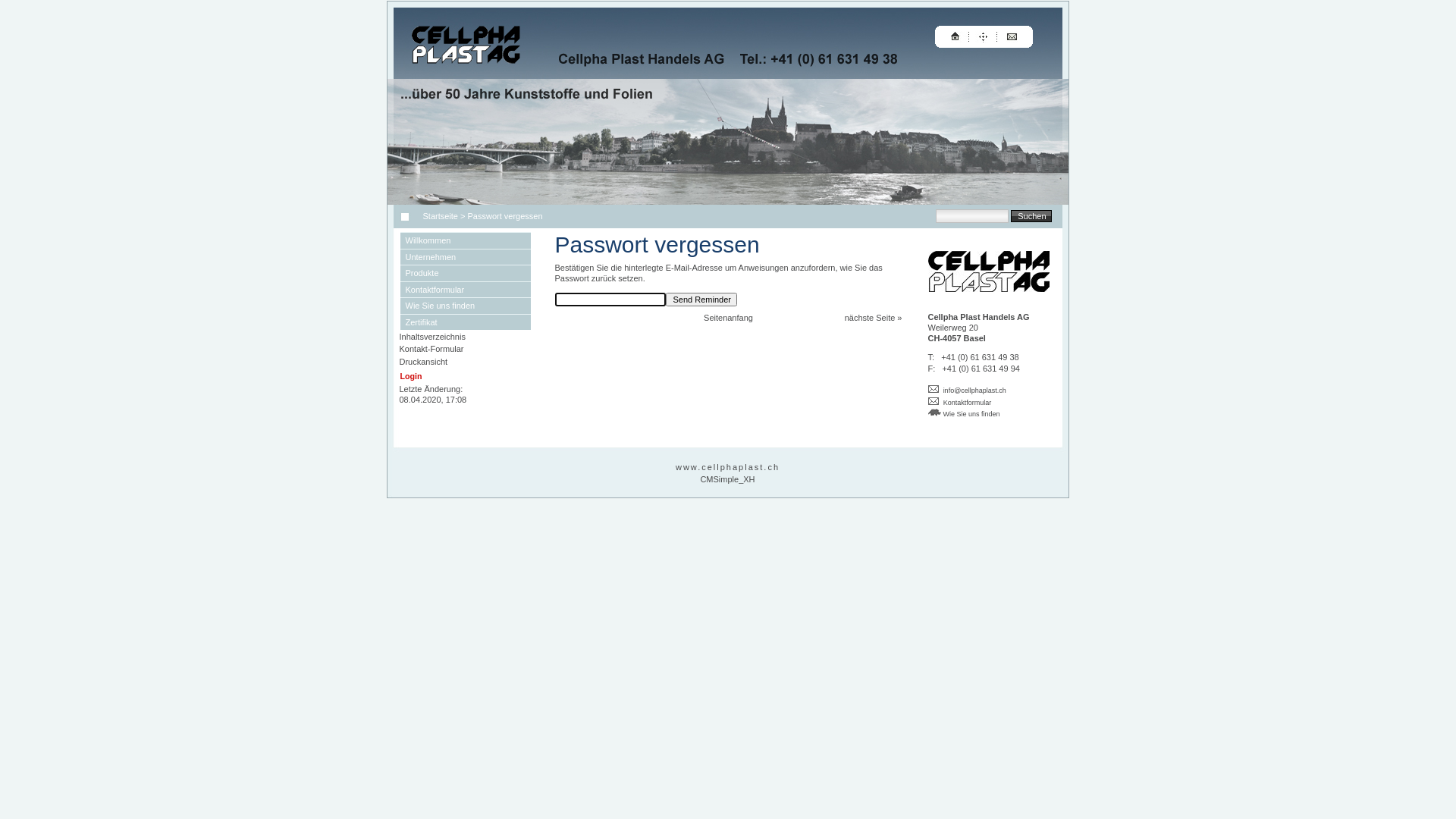 The image size is (1456, 819). What do you see at coordinates (465, 289) in the screenshot?
I see `'Kontaktformular'` at bounding box center [465, 289].